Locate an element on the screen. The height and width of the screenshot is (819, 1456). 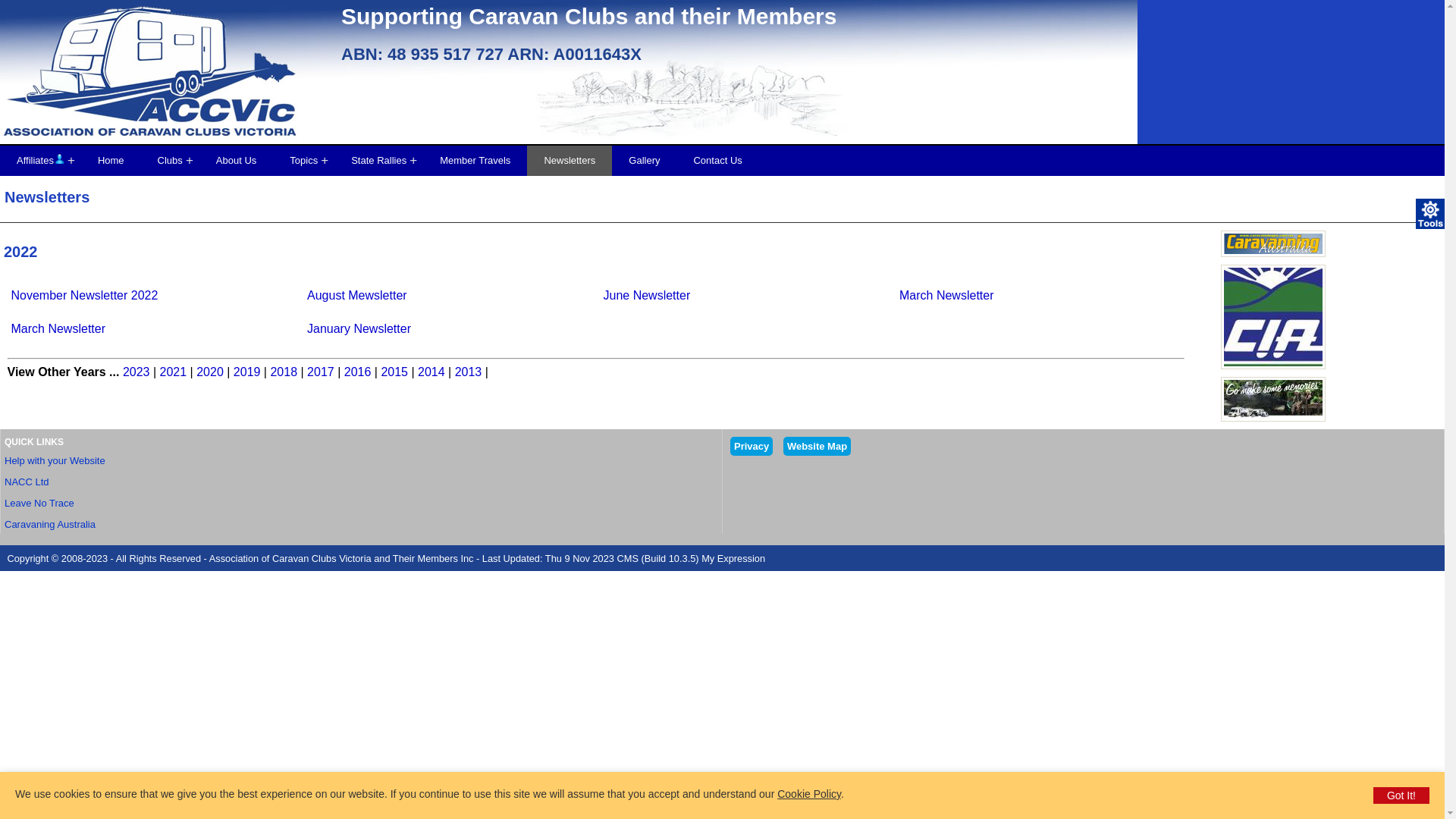
'My Expression' is located at coordinates (733, 558).